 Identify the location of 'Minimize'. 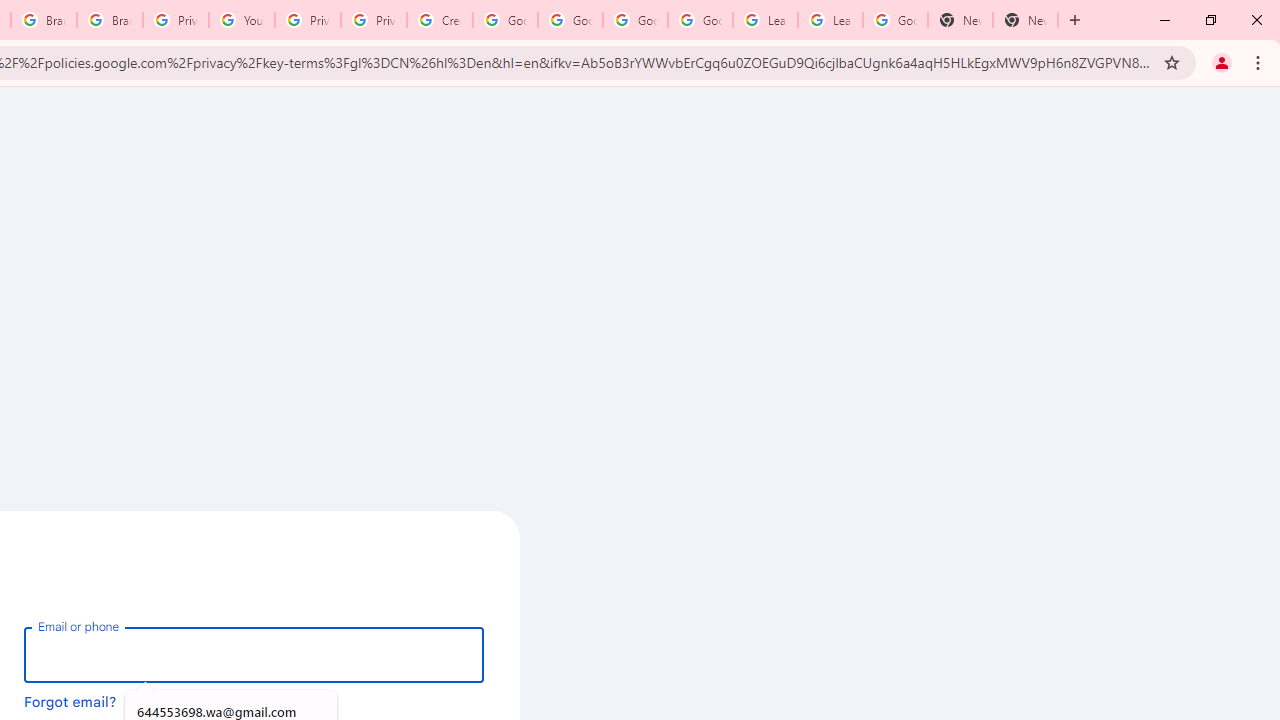
(1165, 20).